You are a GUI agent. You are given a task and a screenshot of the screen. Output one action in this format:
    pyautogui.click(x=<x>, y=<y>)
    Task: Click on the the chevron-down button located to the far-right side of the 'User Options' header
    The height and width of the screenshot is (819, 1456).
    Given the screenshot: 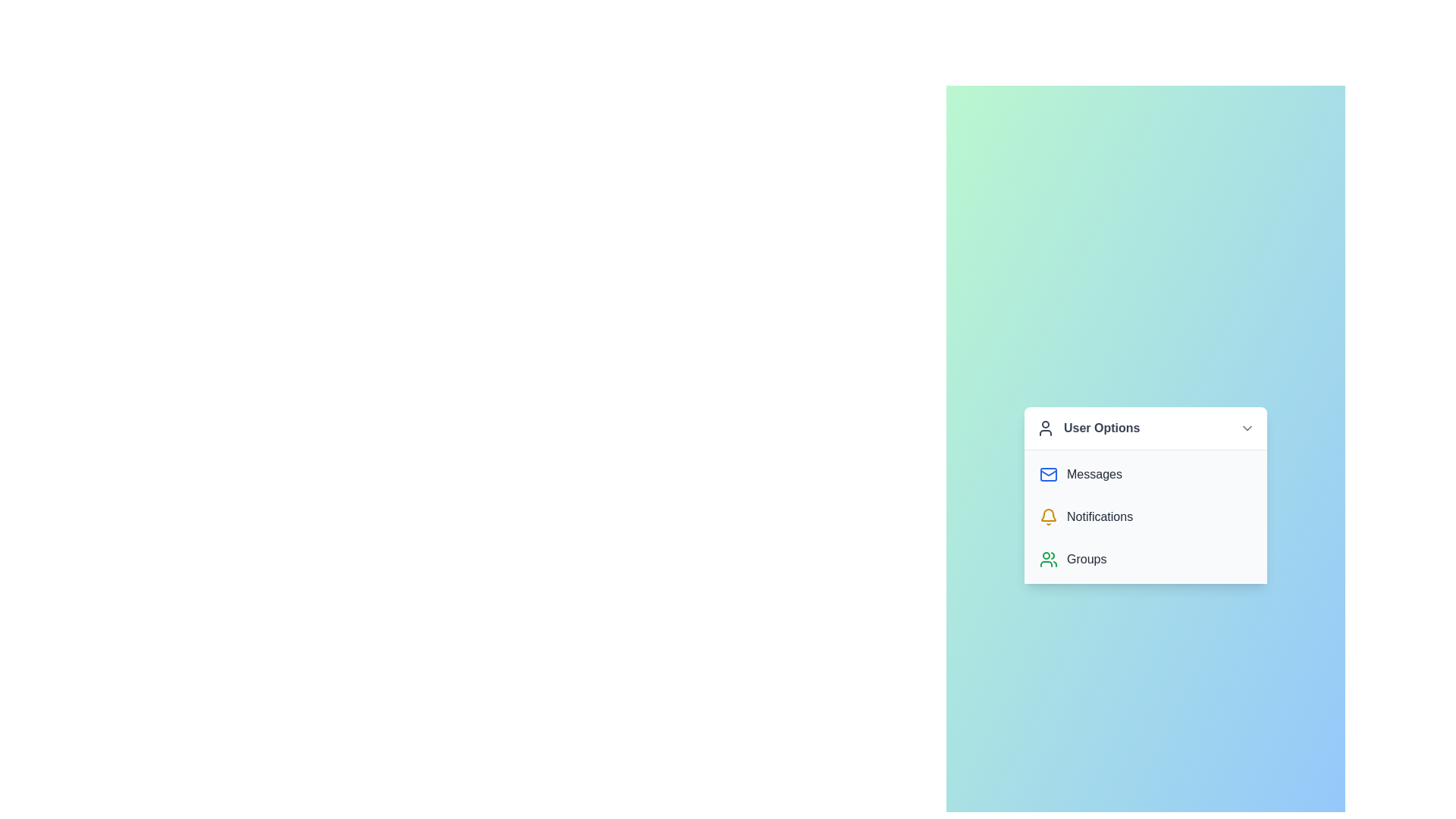 What is the action you would take?
    pyautogui.click(x=1247, y=427)
    